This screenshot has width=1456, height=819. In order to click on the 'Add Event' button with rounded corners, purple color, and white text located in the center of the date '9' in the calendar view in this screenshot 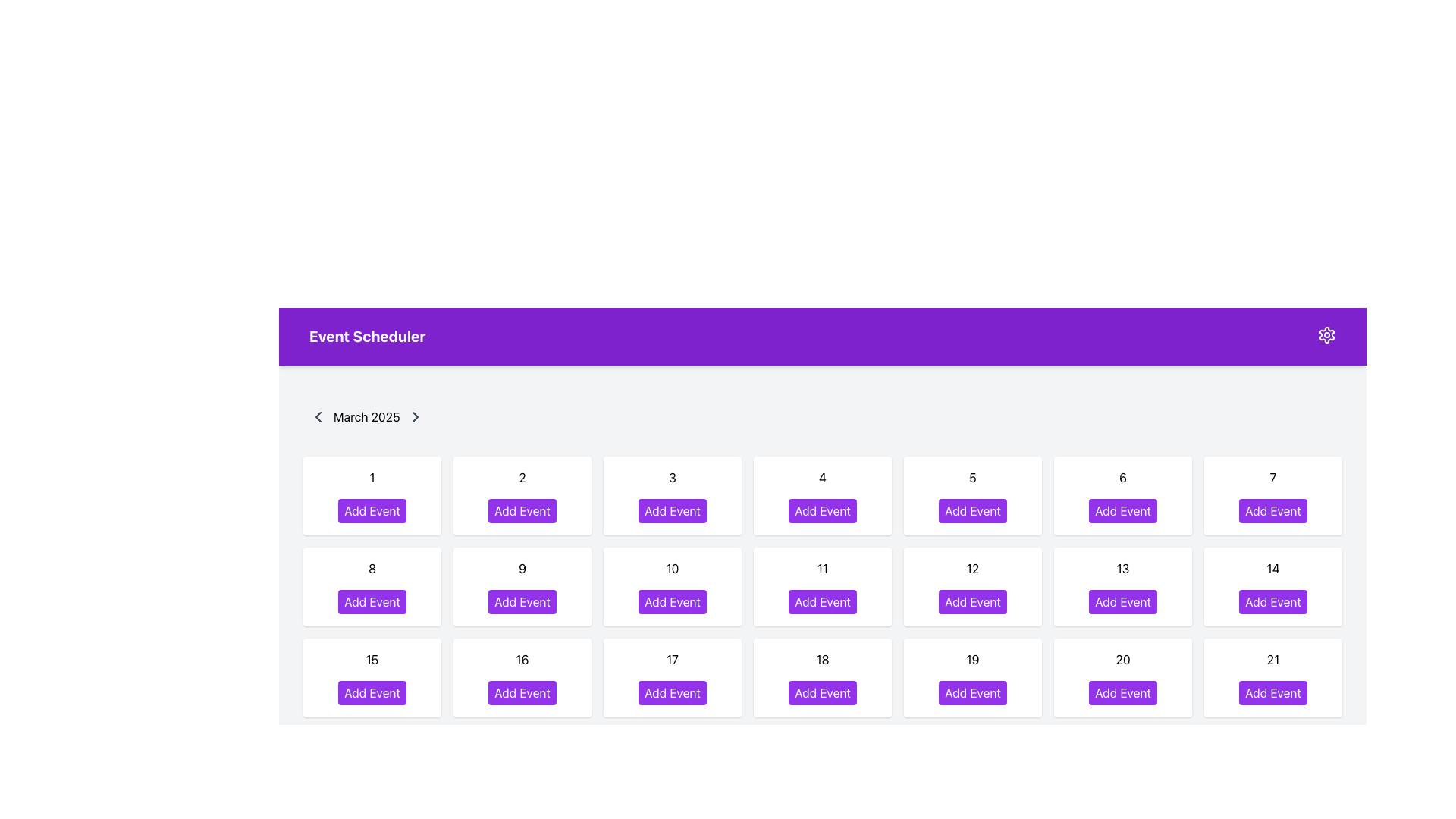, I will do `click(522, 601)`.